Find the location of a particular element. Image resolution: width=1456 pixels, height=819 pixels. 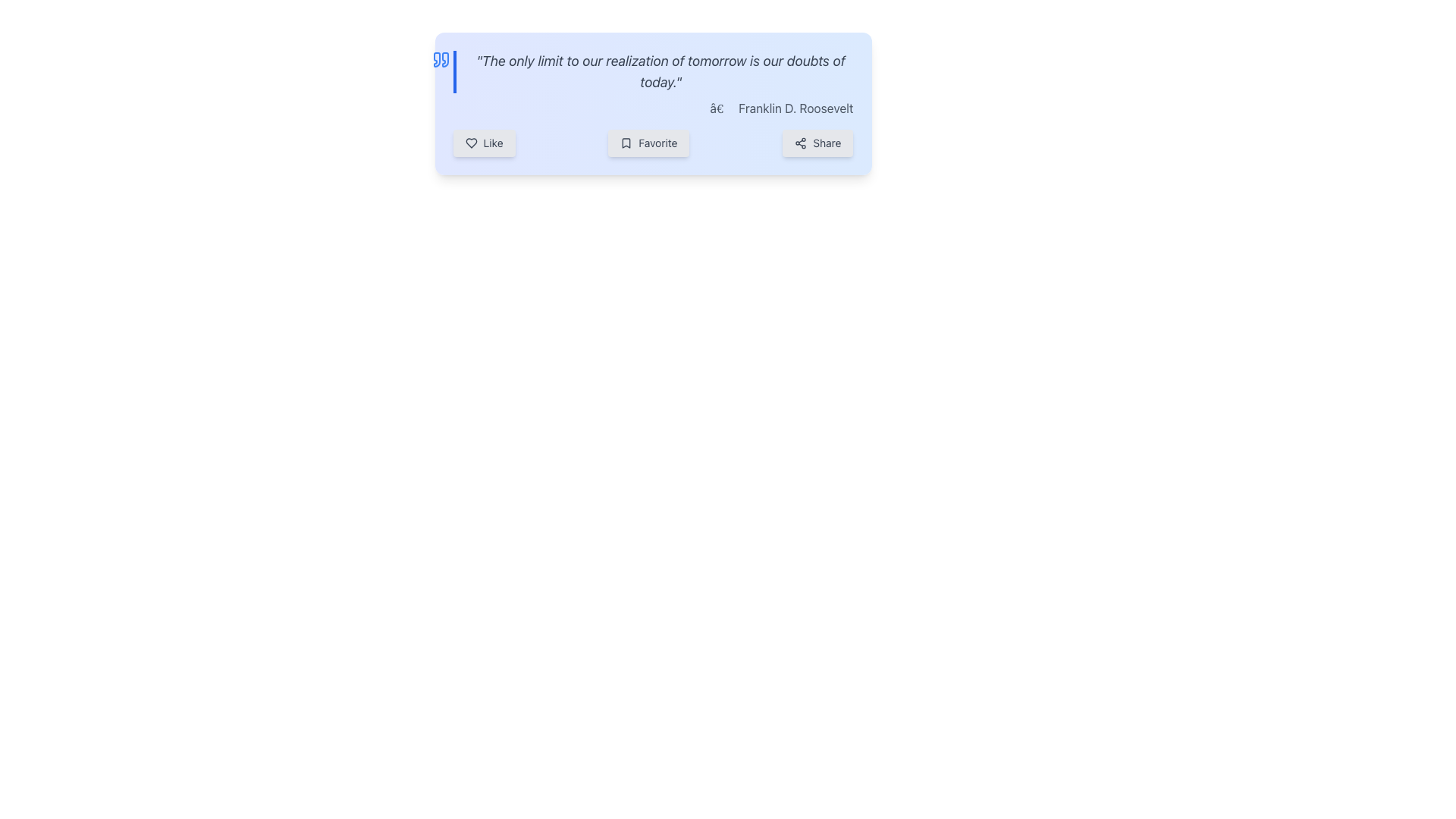

the decorative or functional 'like' icon located in the top-right portion of the interface, positioned next to the 'Like' labeled button is located at coordinates (470, 143).